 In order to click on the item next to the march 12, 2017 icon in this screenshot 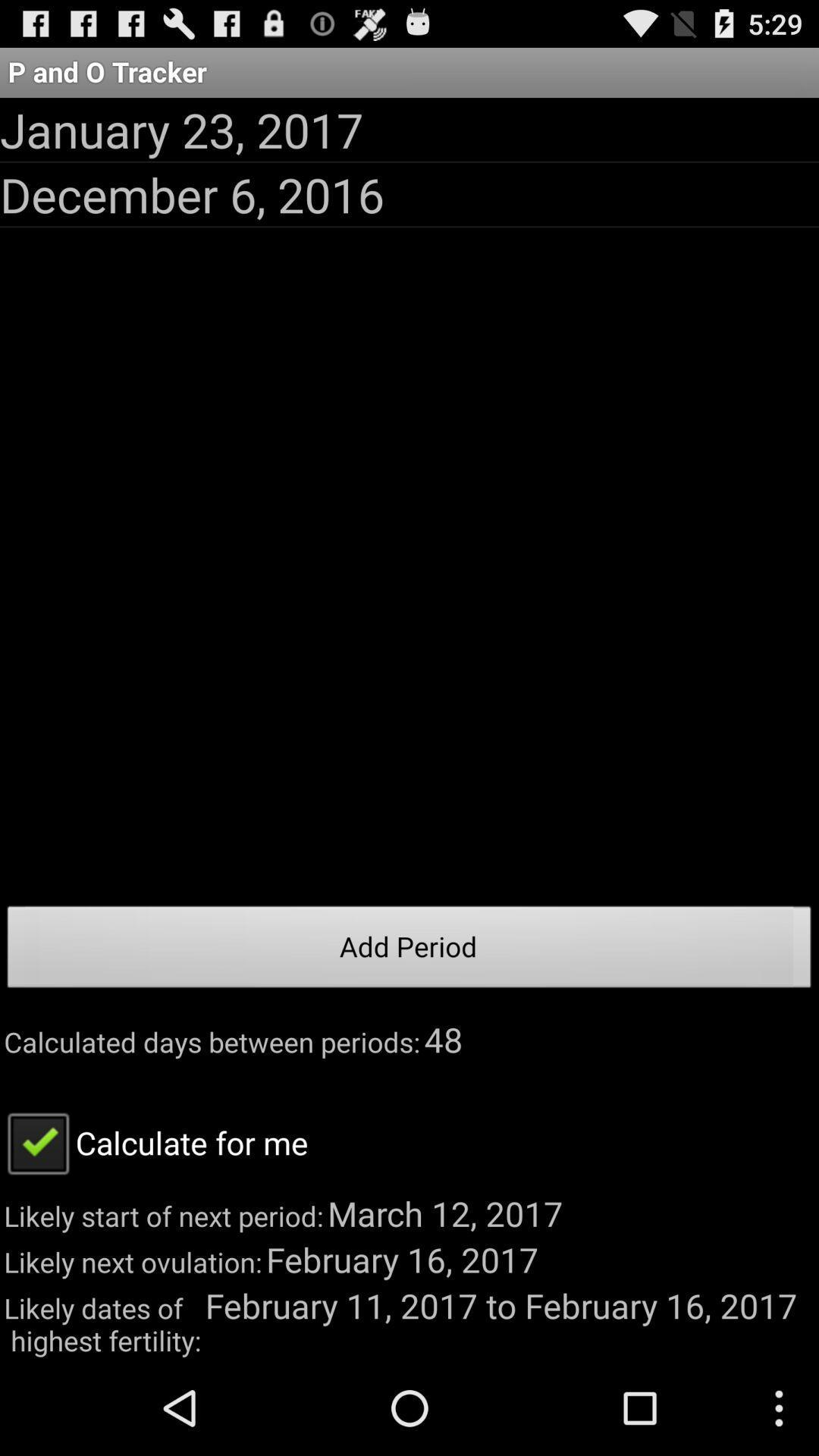, I will do `click(154, 1142)`.